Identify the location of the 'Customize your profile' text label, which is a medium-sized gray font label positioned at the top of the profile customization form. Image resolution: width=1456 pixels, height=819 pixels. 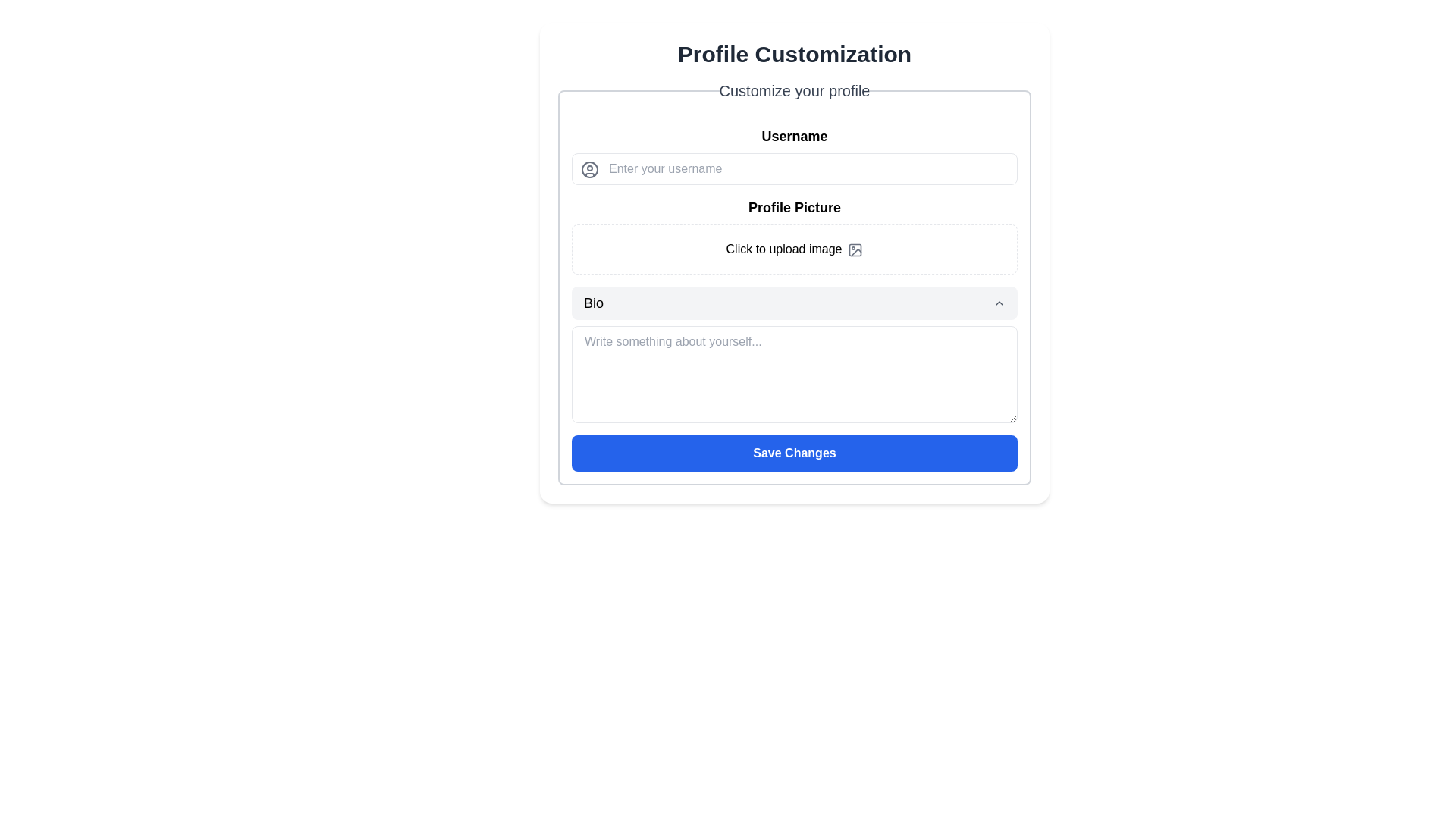
(793, 90).